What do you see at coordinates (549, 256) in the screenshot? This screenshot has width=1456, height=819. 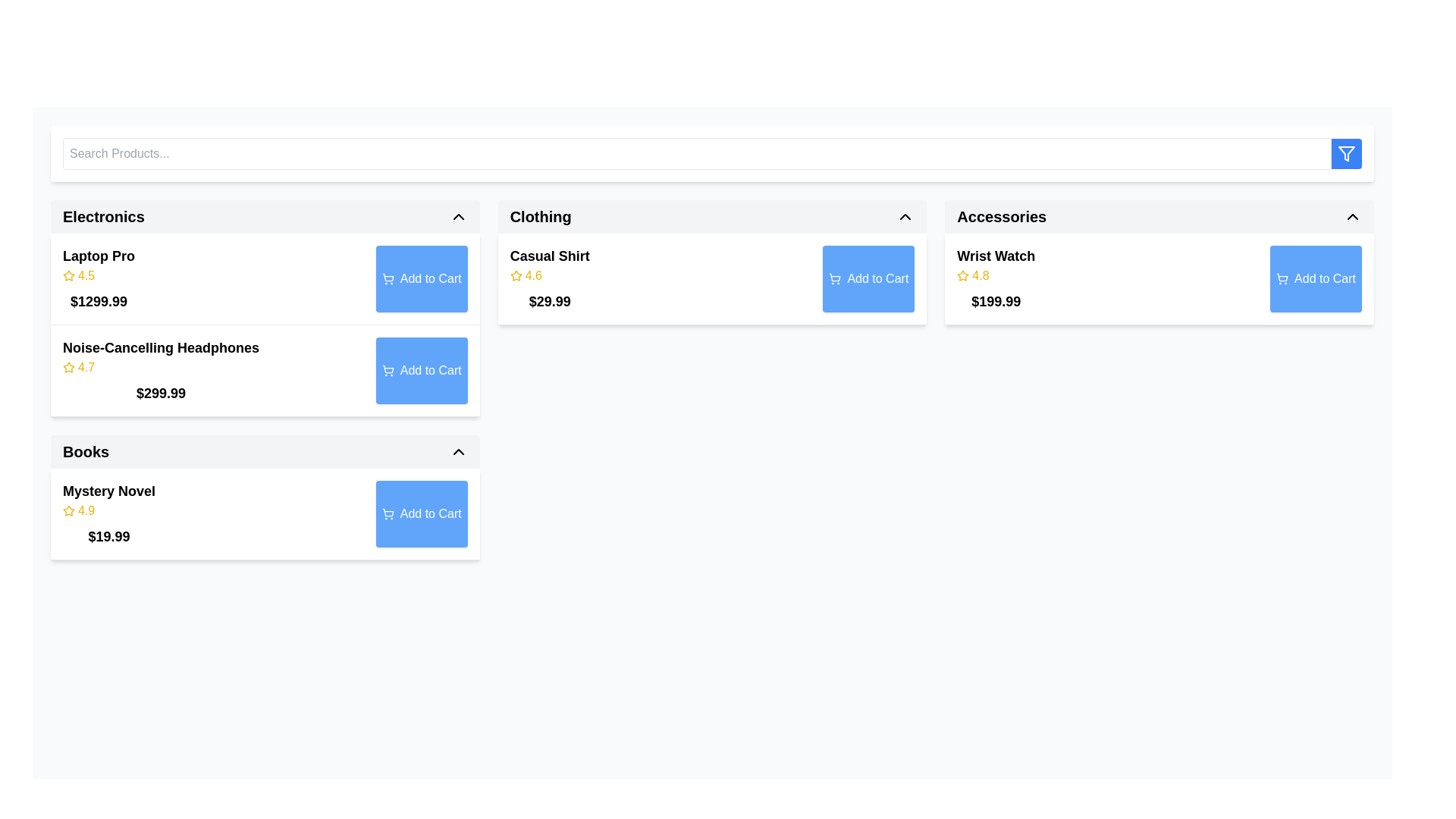 I see `title text label for the product 'Casual Shirt', which is positioned above the rating '4.6' and aligned with the price '$29.99' in the middle column of the 'Clothing' category` at bounding box center [549, 256].